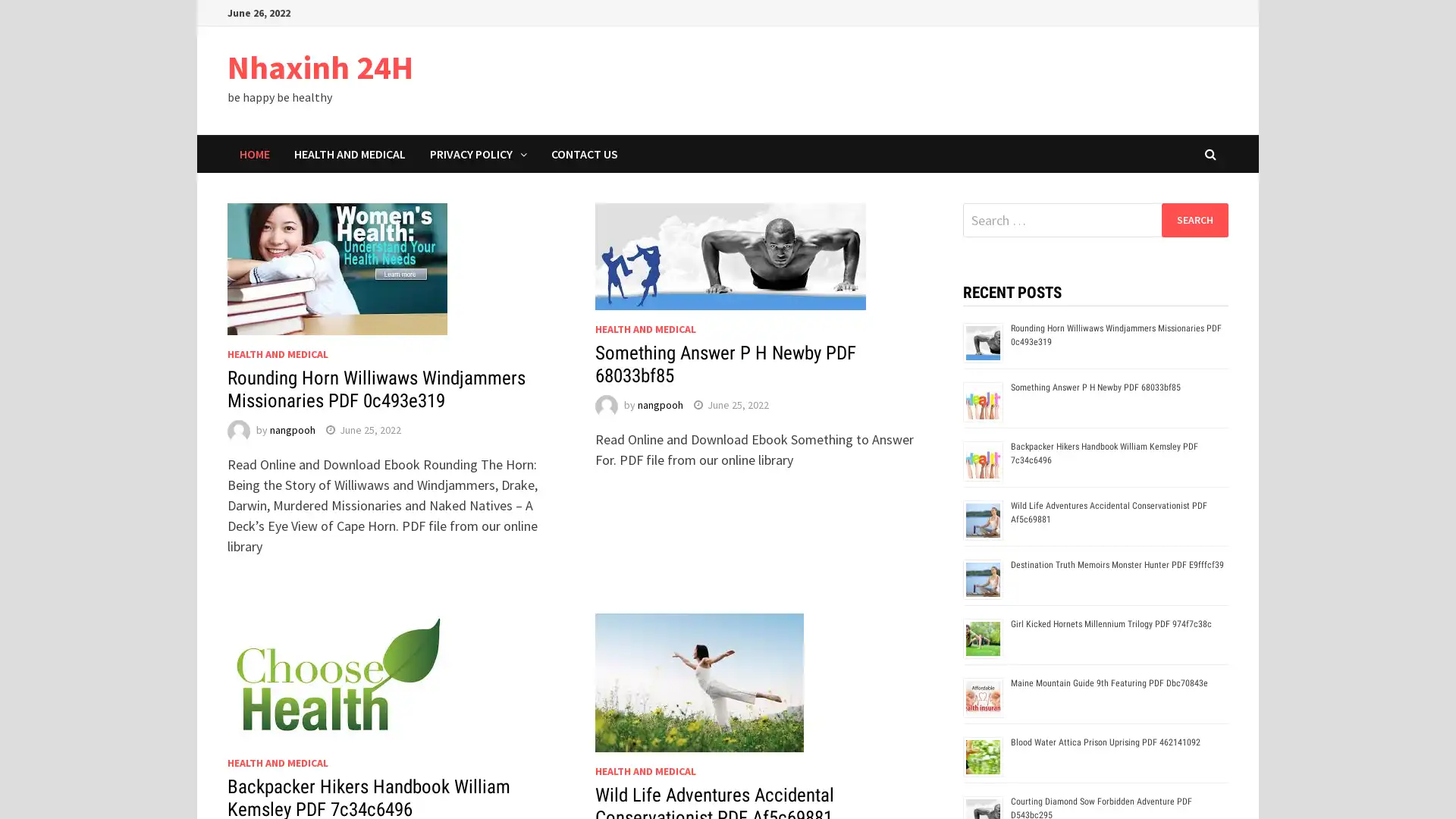  I want to click on Search, so click(1194, 219).